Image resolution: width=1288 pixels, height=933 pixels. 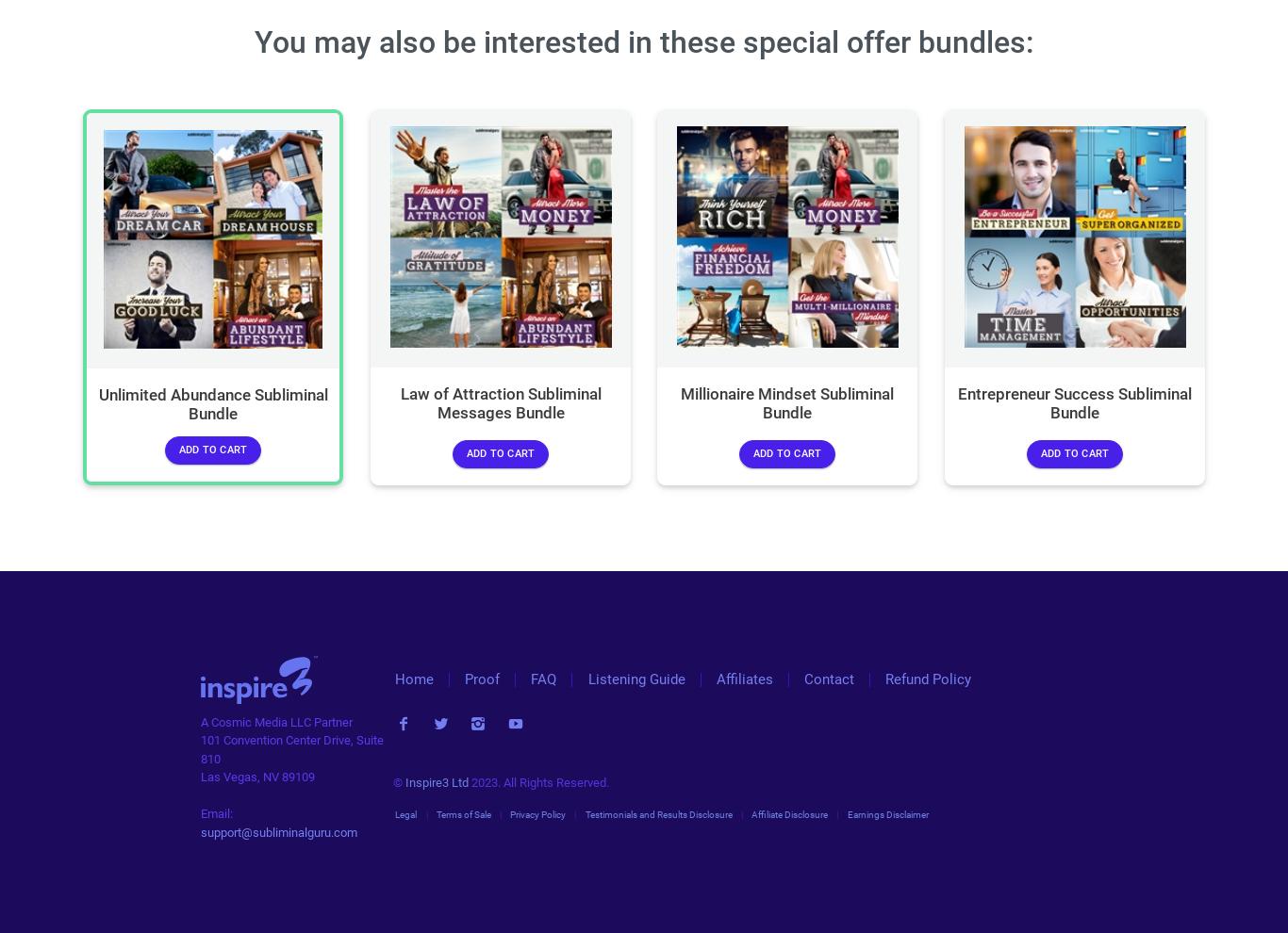 I want to click on 'Affiliates', so click(x=744, y=679).